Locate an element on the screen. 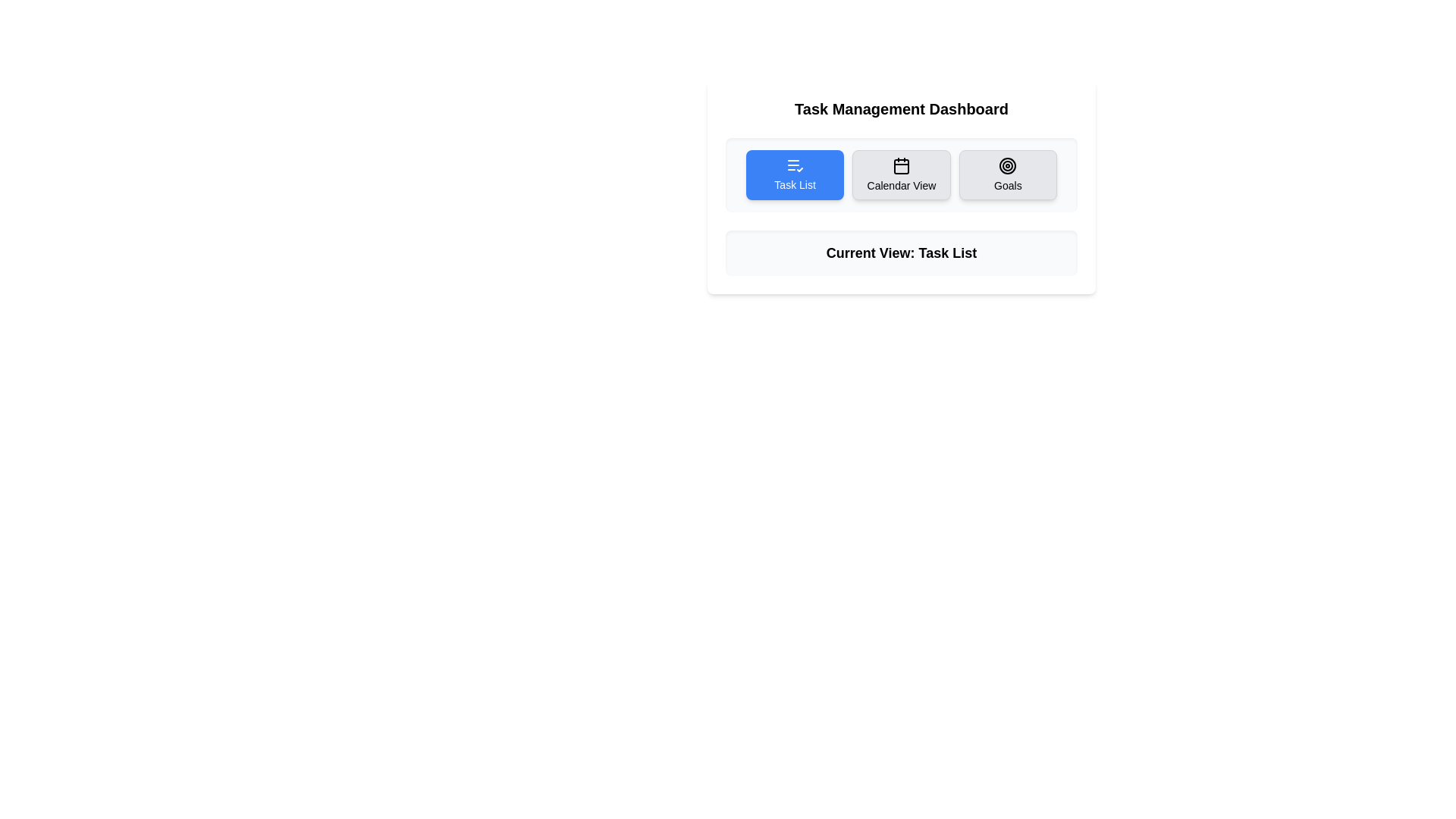 The width and height of the screenshot is (1456, 819). the blue button with white text labeled 'Task List', which is the leftmost button in a set of three options under the 'Task Management Dashboard' heading is located at coordinates (794, 174).